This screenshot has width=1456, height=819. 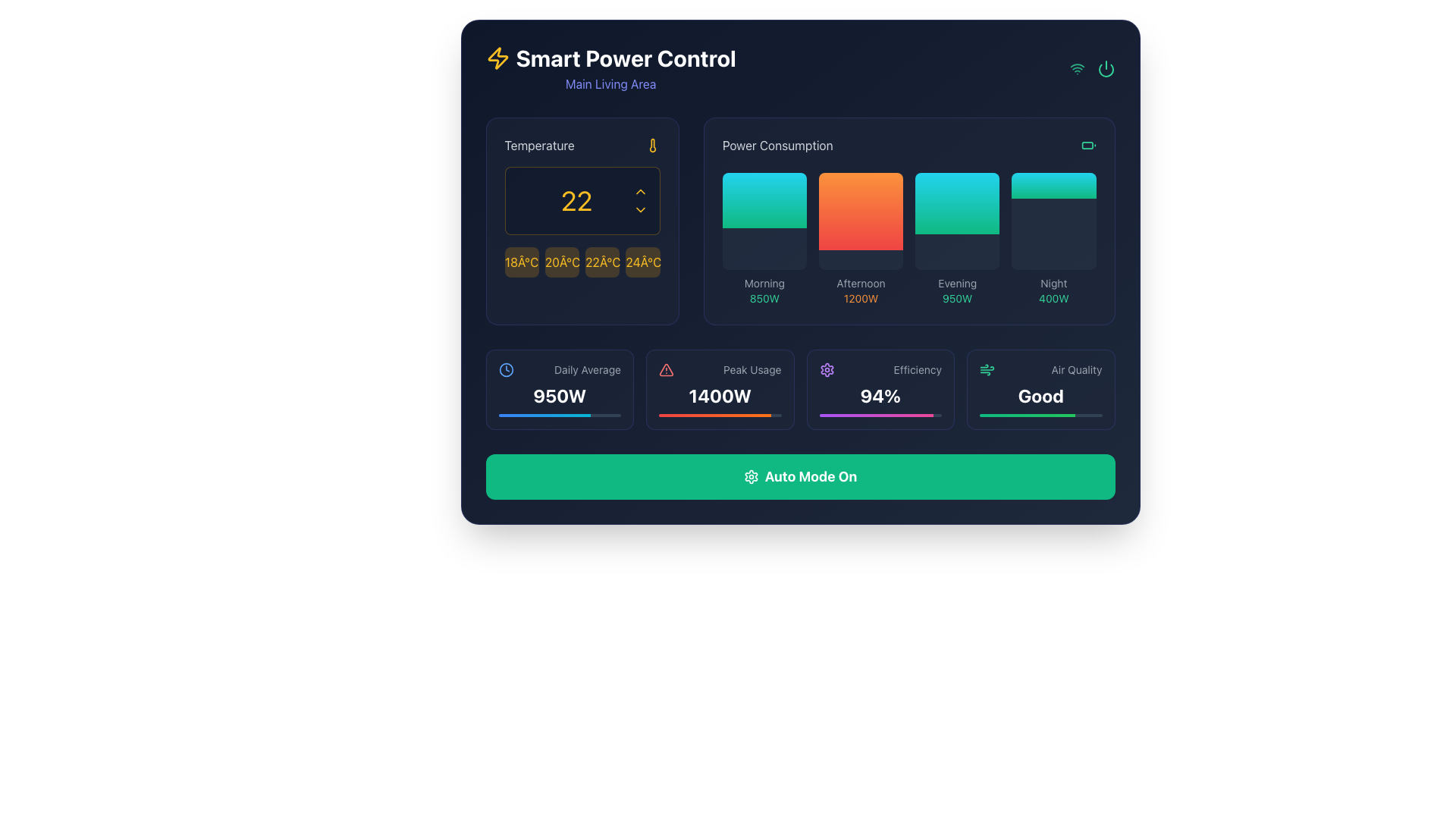 What do you see at coordinates (987, 370) in the screenshot?
I see `the decorative air quality icon located in the top-left area of the 'Air Quality' section, to the left of the 'Air Quality' text` at bounding box center [987, 370].